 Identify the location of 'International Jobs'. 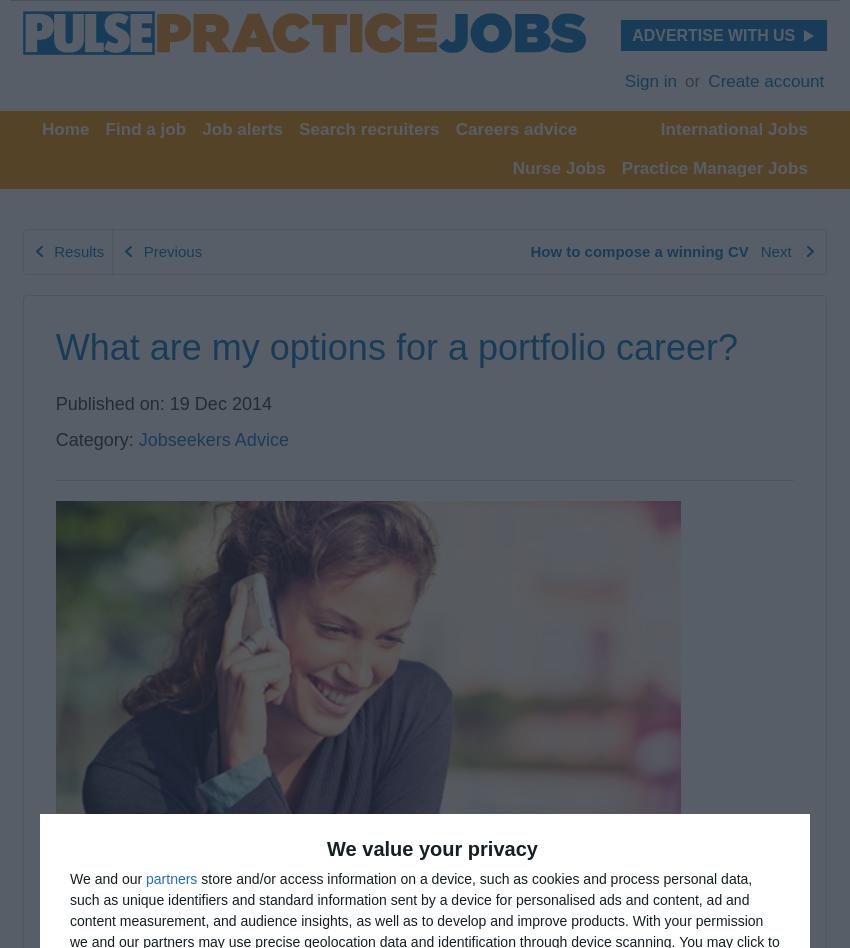
(733, 128).